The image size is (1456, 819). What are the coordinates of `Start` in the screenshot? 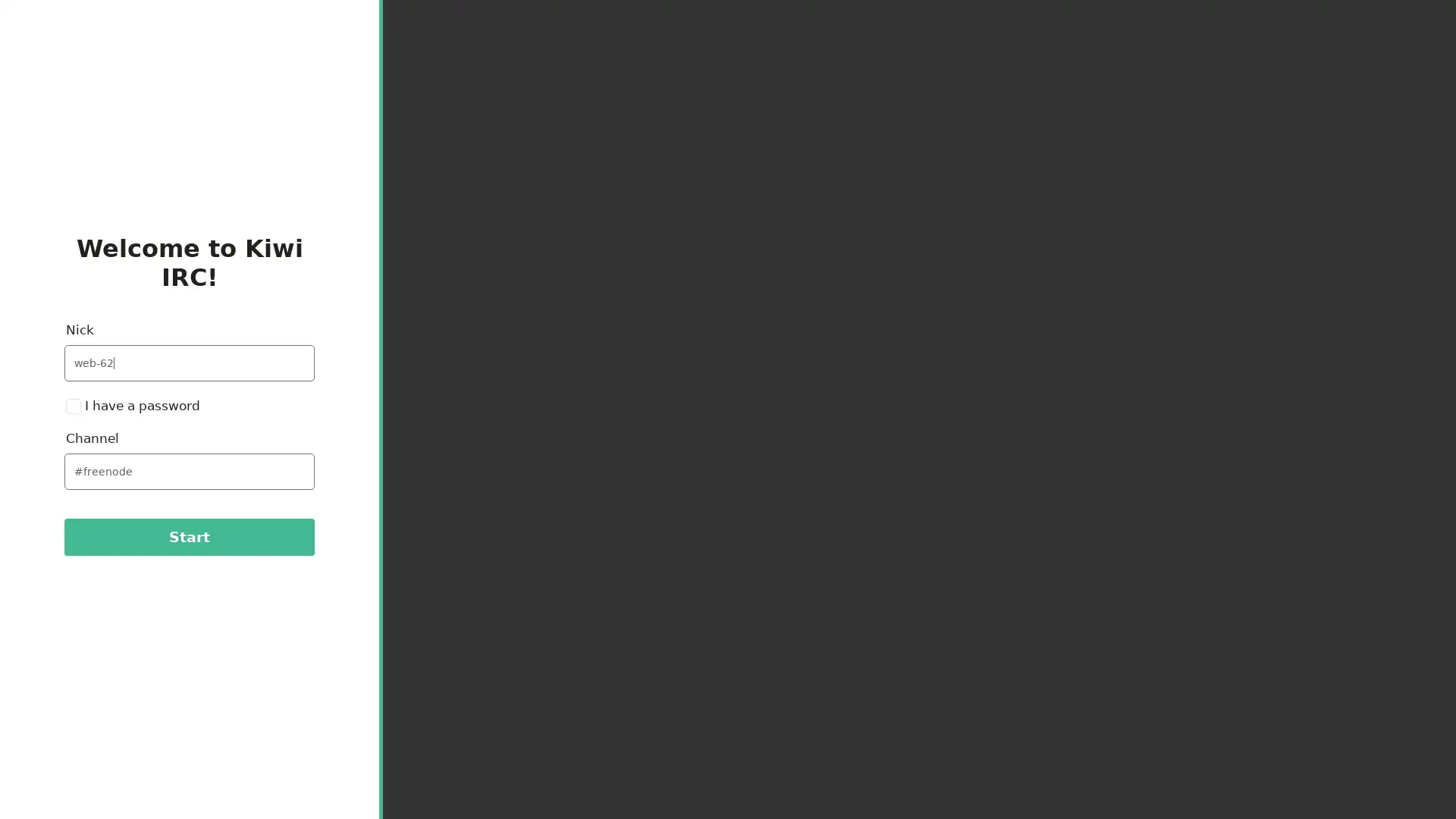 It's located at (188, 536).